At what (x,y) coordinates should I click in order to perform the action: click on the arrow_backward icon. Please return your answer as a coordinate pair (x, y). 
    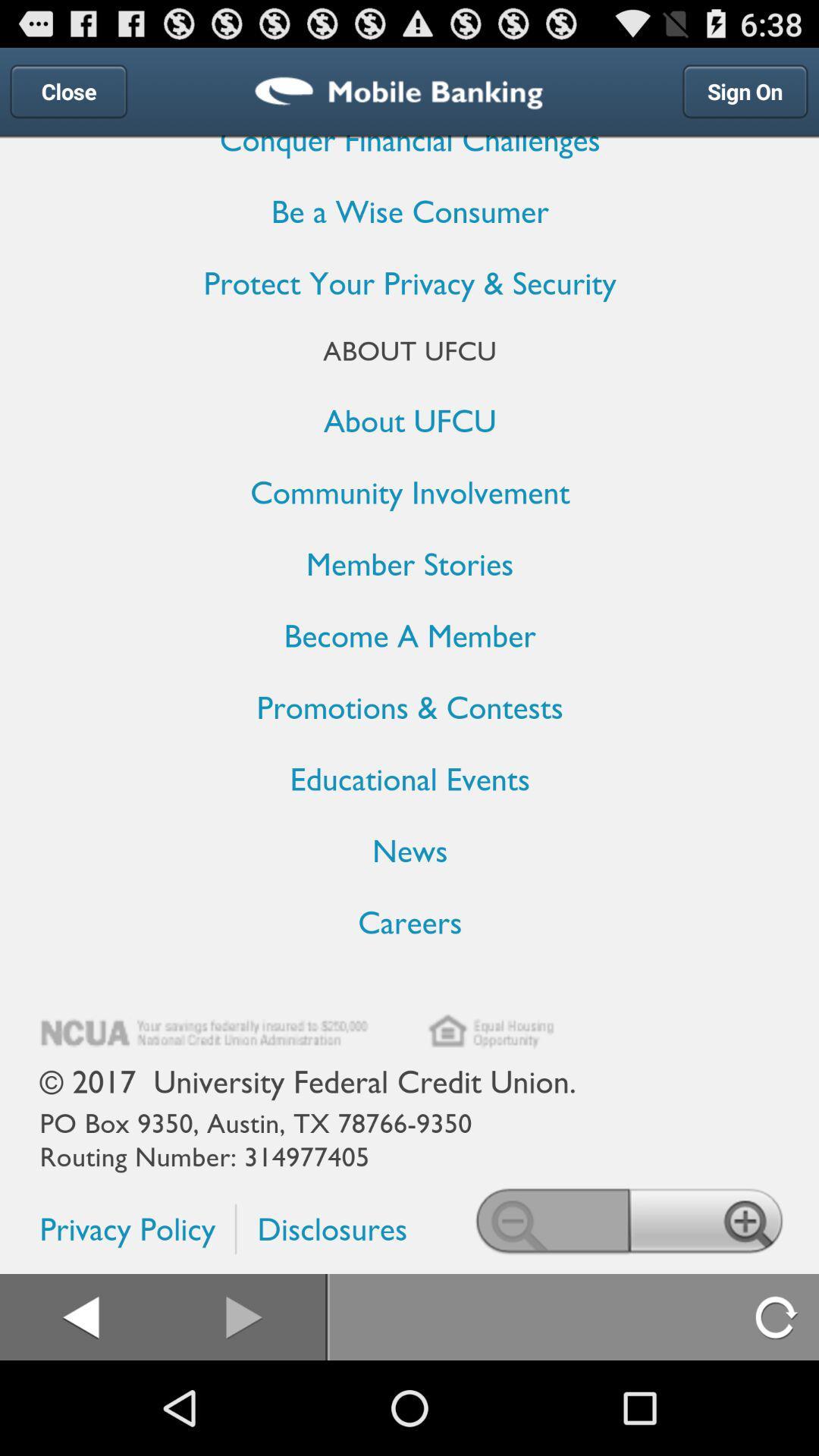
    Looking at the image, I should click on (80, 1409).